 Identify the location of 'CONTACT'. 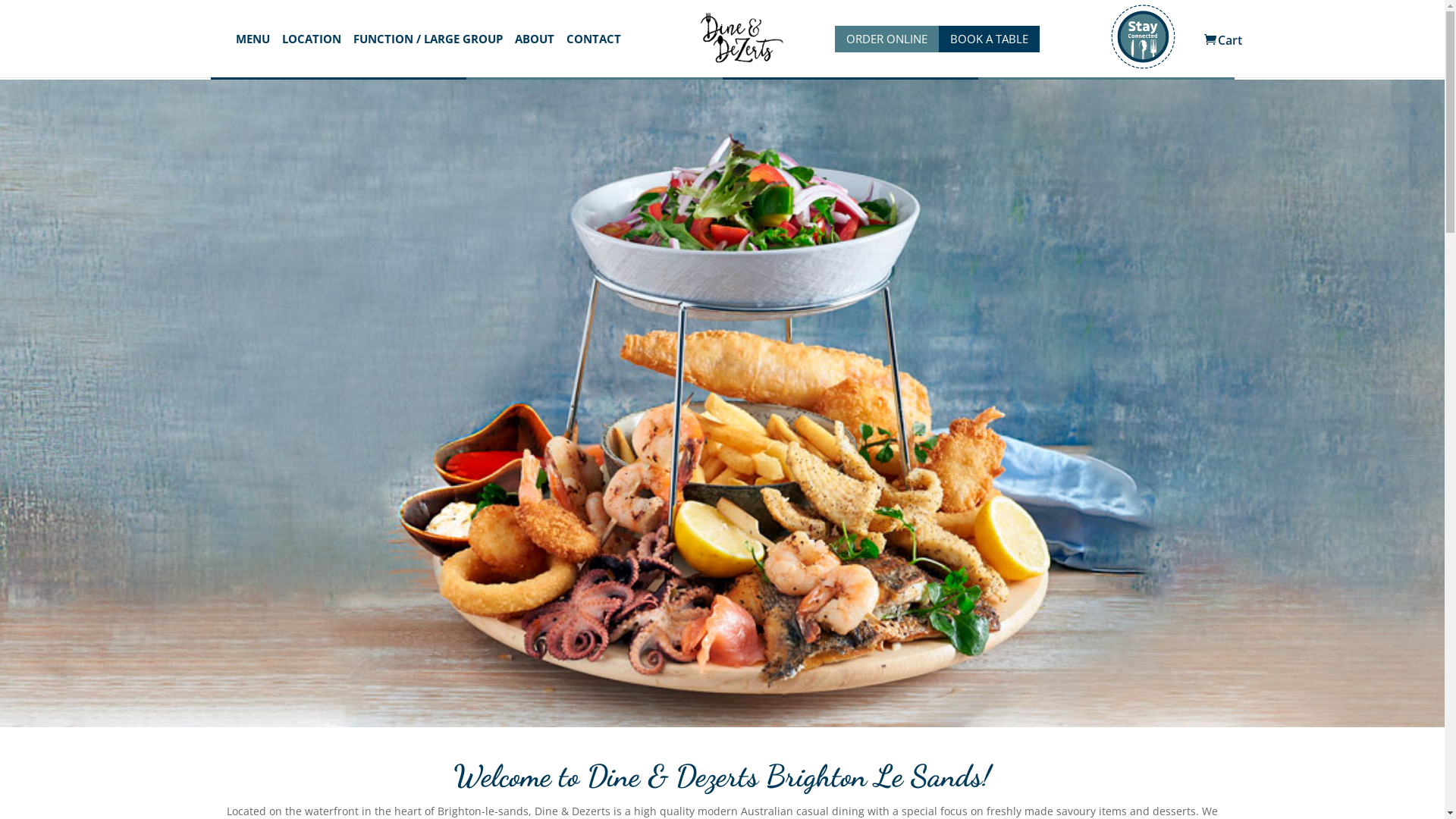
(592, 55).